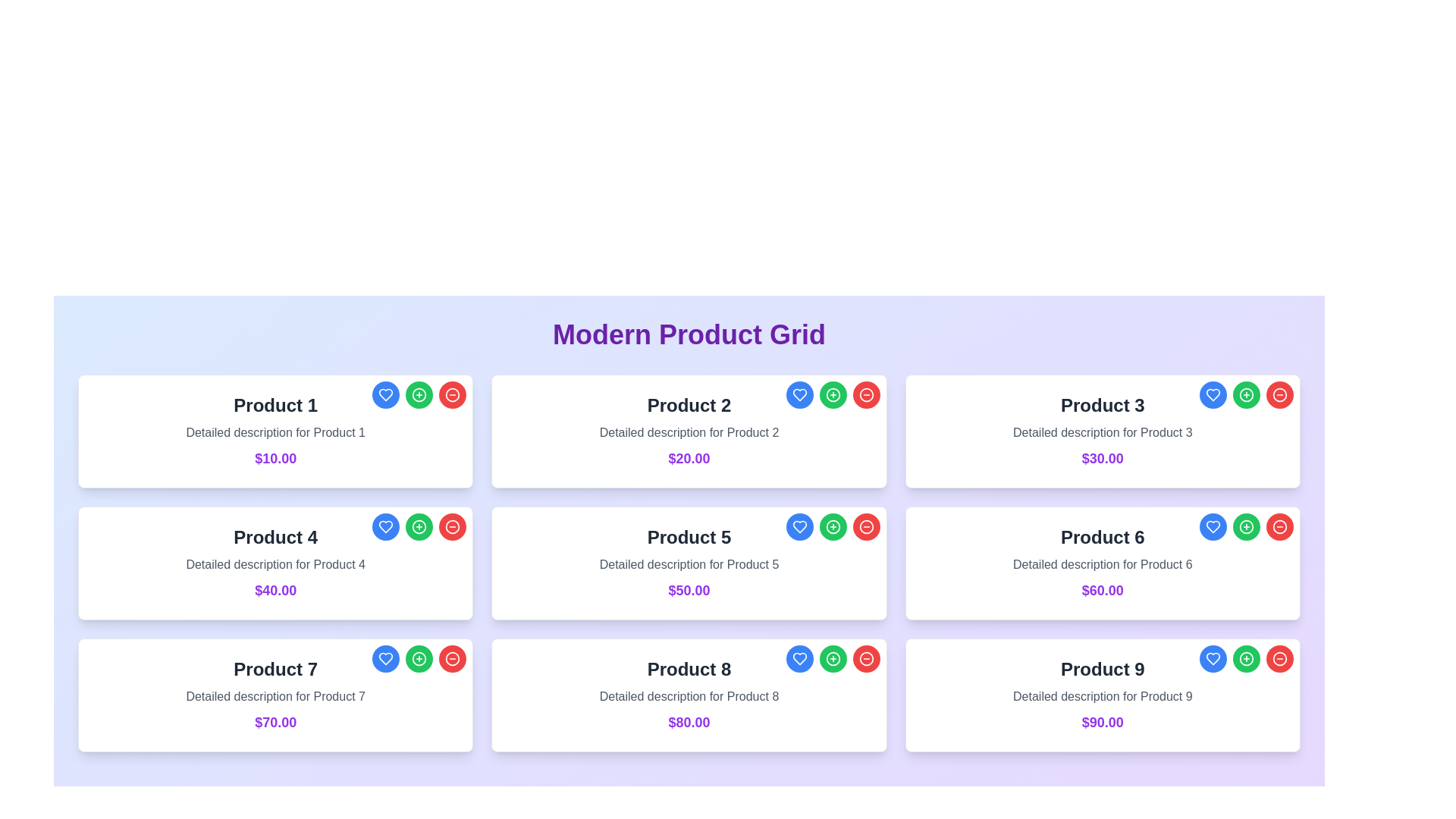 The image size is (1456, 819). I want to click on the 'like' icon located in the bottom-right corner of the 'Product 9' card to mark it as a favorite, so click(1212, 526).